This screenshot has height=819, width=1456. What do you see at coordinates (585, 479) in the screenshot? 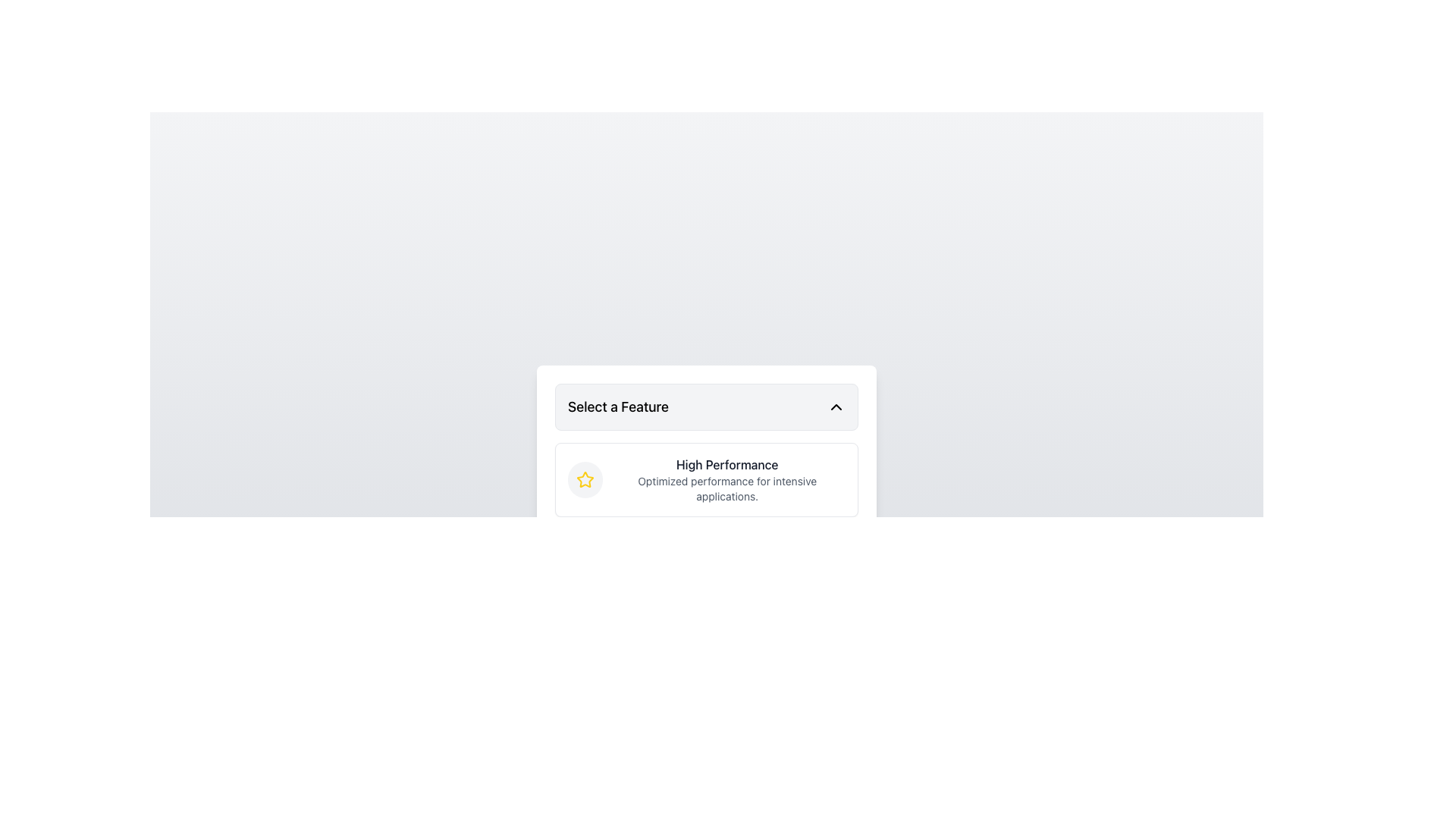
I see `the star icon with a yellow stroke and transparent fill, which is centered within a rounded gray background, located above the text 'High Performance'` at bounding box center [585, 479].